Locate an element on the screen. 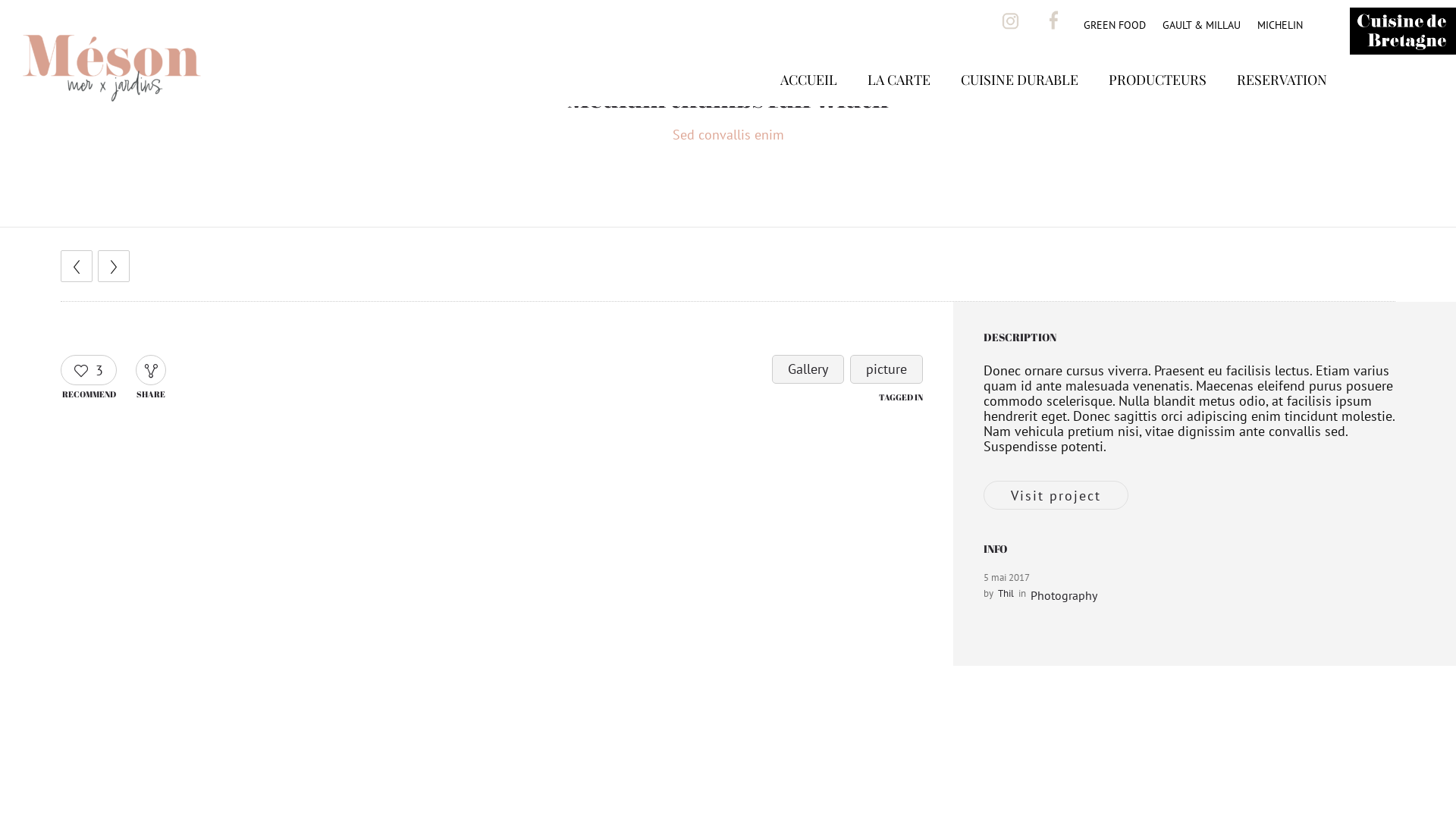 The image size is (1456, 819). 'Visit project' is located at coordinates (1055, 494).